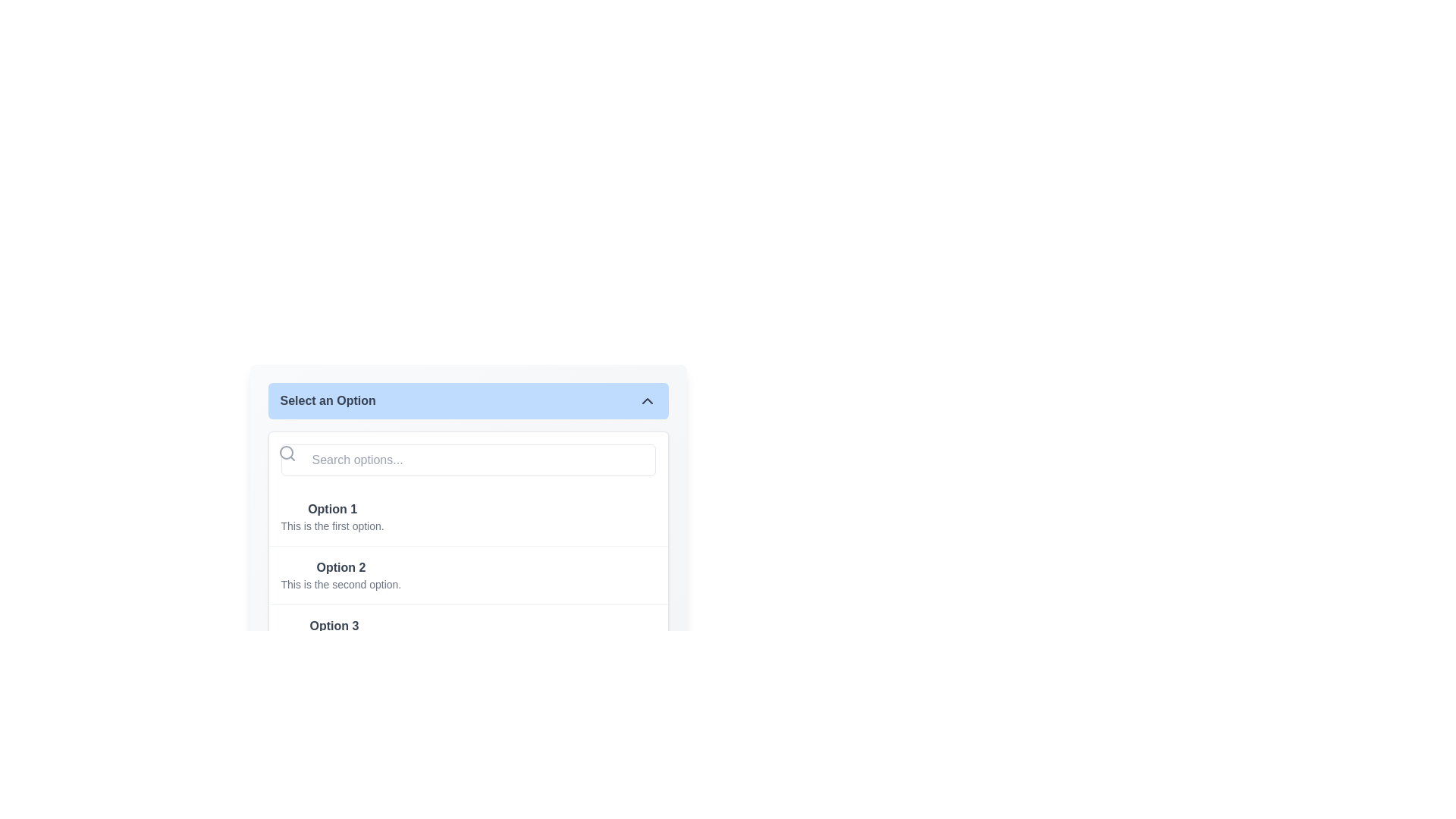 Image resolution: width=1456 pixels, height=819 pixels. What do you see at coordinates (467, 552) in the screenshot?
I see `the second option 'Option 2' in the dropdown menu labeled 'Select an Option'` at bounding box center [467, 552].